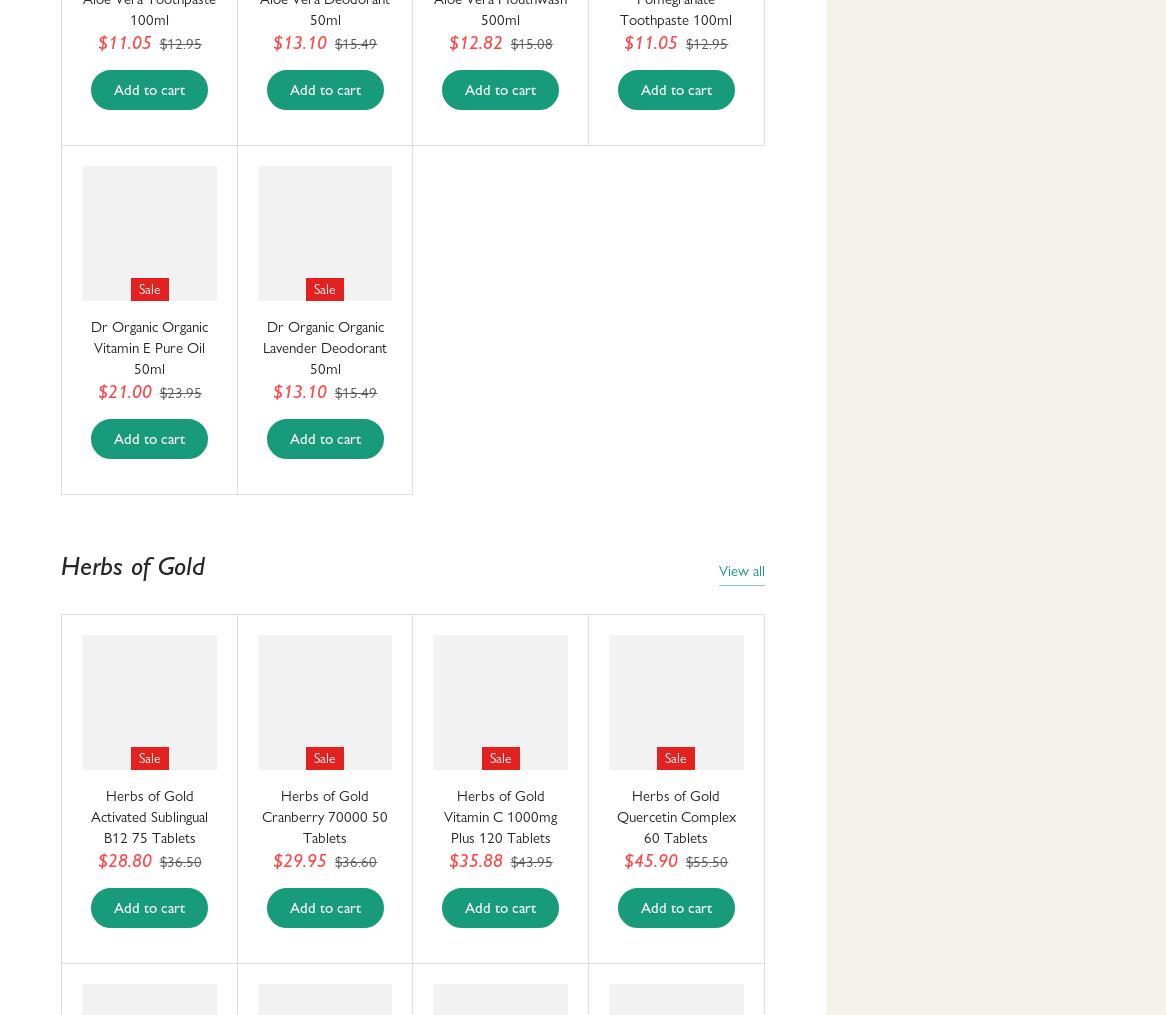 The height and width of the screenshot is (1015, 1166). I want to click on '$36.60', so click(355, 862).